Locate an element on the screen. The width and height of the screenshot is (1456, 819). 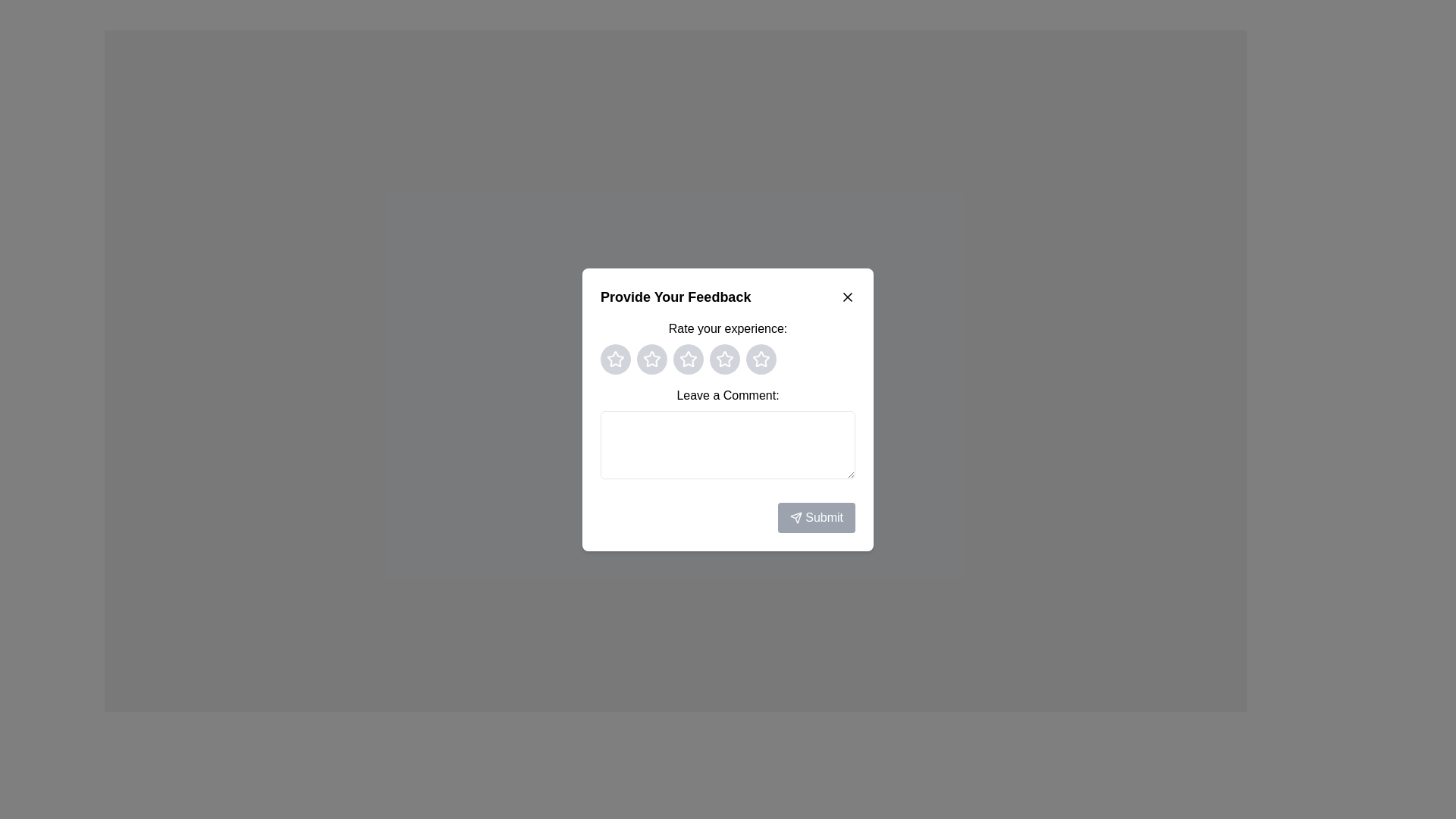
the star icon, which is the second in a series of five rating stars within the 'Provide Your Feedback' dialog box is located at coordinates (723, 359).